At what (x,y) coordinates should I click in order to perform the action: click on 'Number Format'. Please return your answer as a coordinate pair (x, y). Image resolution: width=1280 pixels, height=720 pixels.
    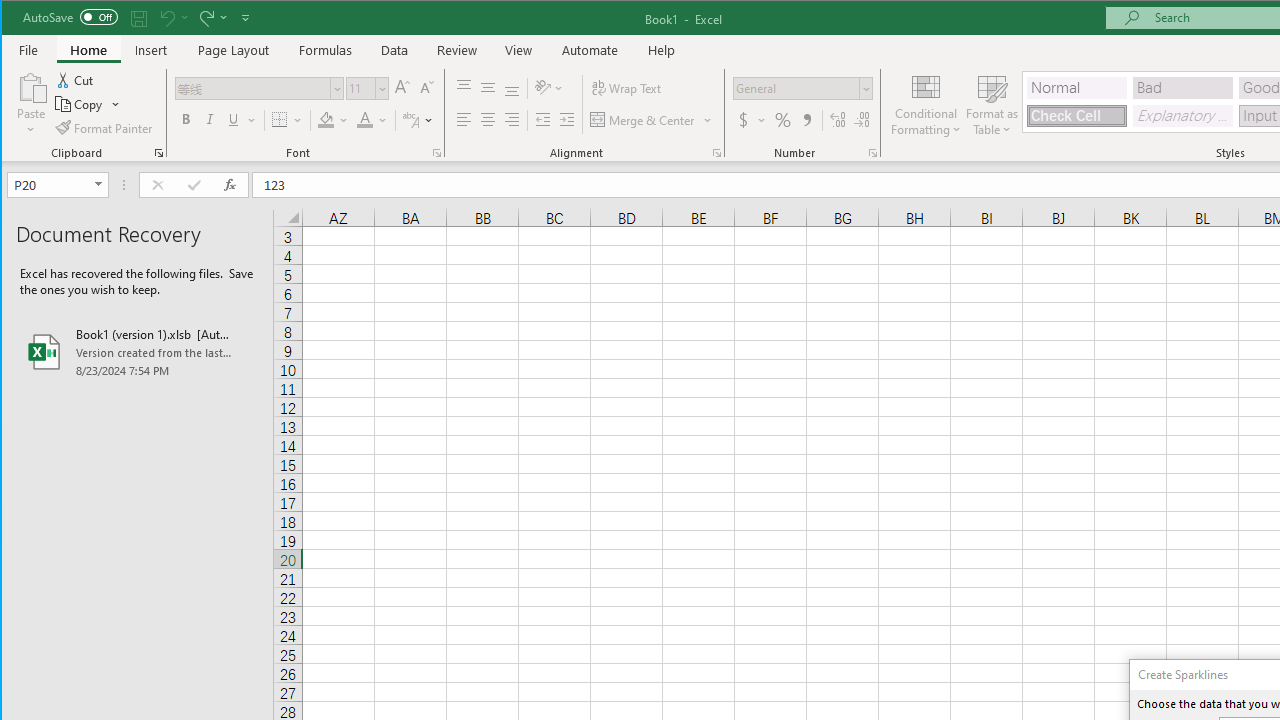
    Looking at the image, I should click on (795, 87).